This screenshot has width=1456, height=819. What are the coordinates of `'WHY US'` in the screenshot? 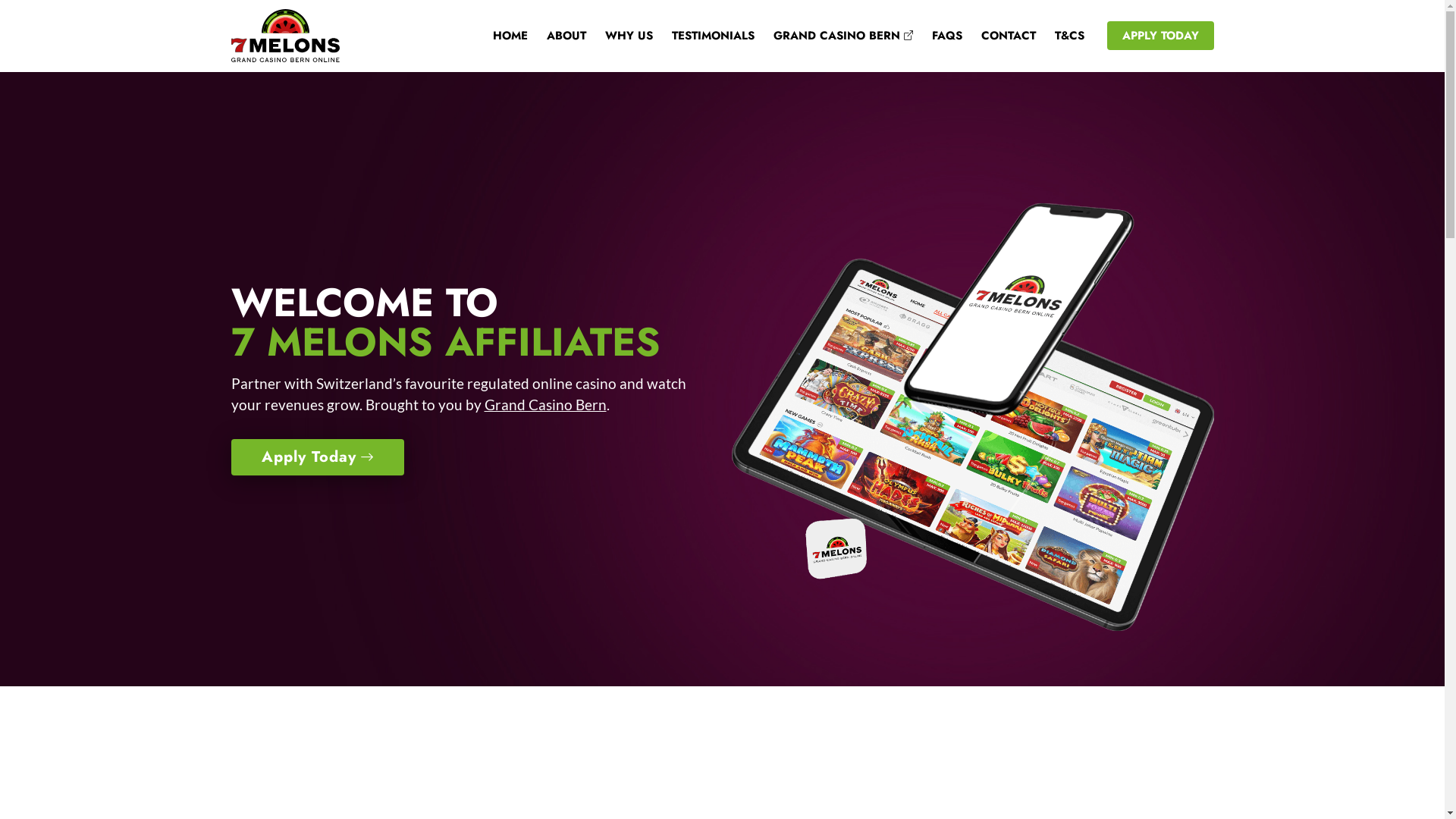 It's located at (585, 35).